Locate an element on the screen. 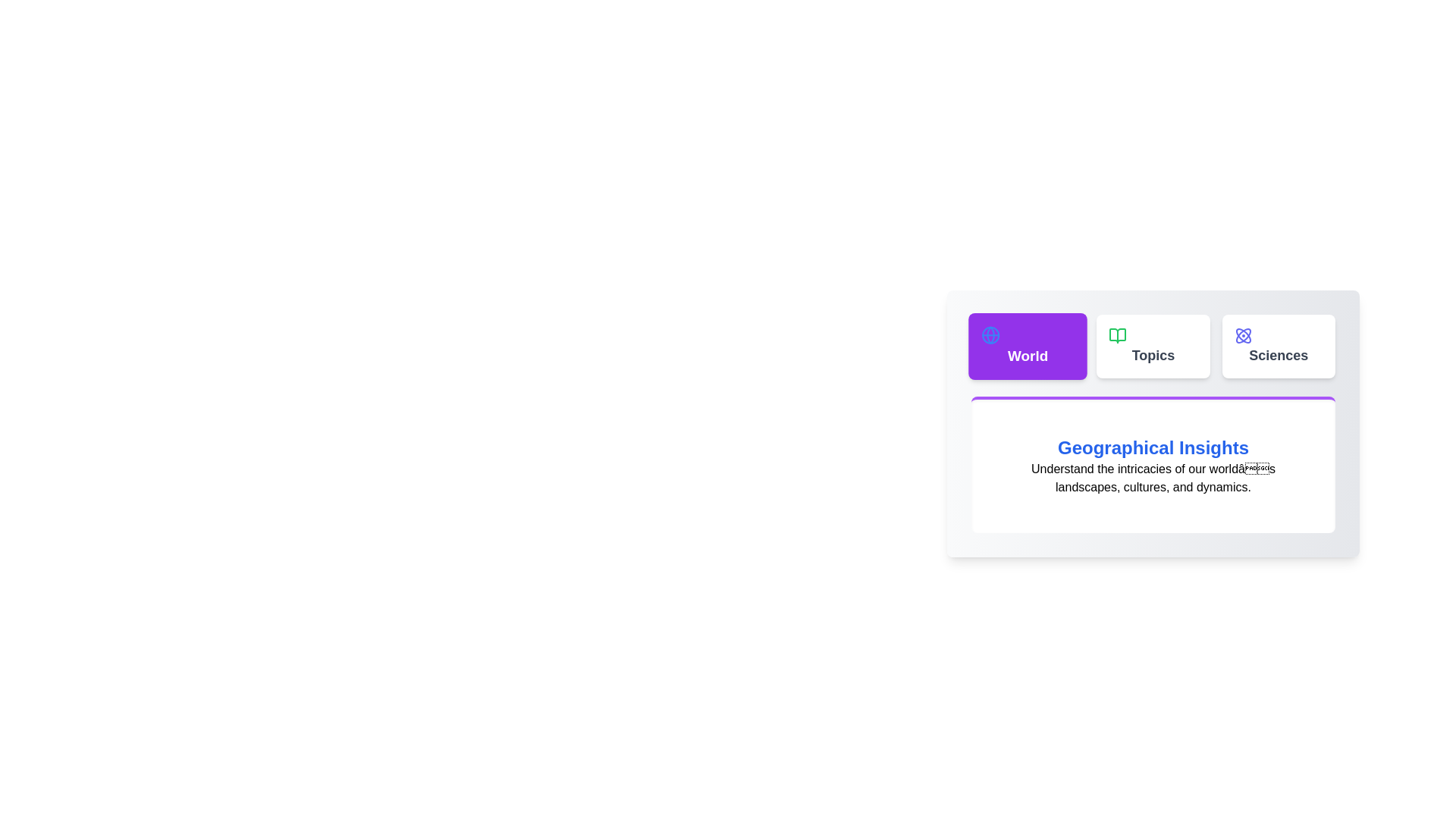  the tab labeled Topics to switch the content displayed is located at coordinates (1153, 346).